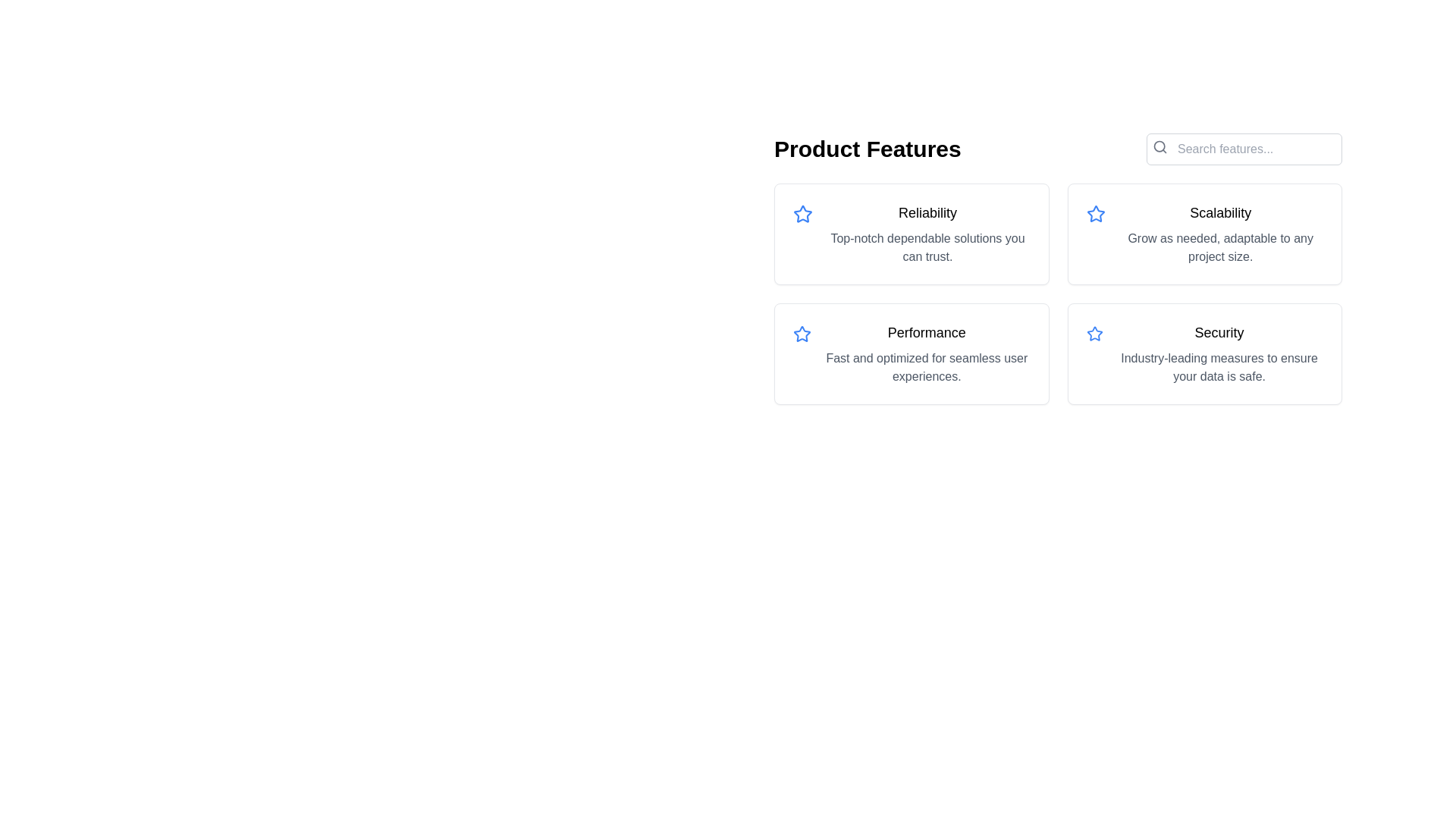 The width and height of the screenshot is (1456, 819). What do you see at coordinates (927, 213) in the screenshot?
I see `the 'Reliability' heading text, which is a prominent label in bold font located at the top of the first rectangular card in the 'Product Features' grid` at bounding box center [927, 213].